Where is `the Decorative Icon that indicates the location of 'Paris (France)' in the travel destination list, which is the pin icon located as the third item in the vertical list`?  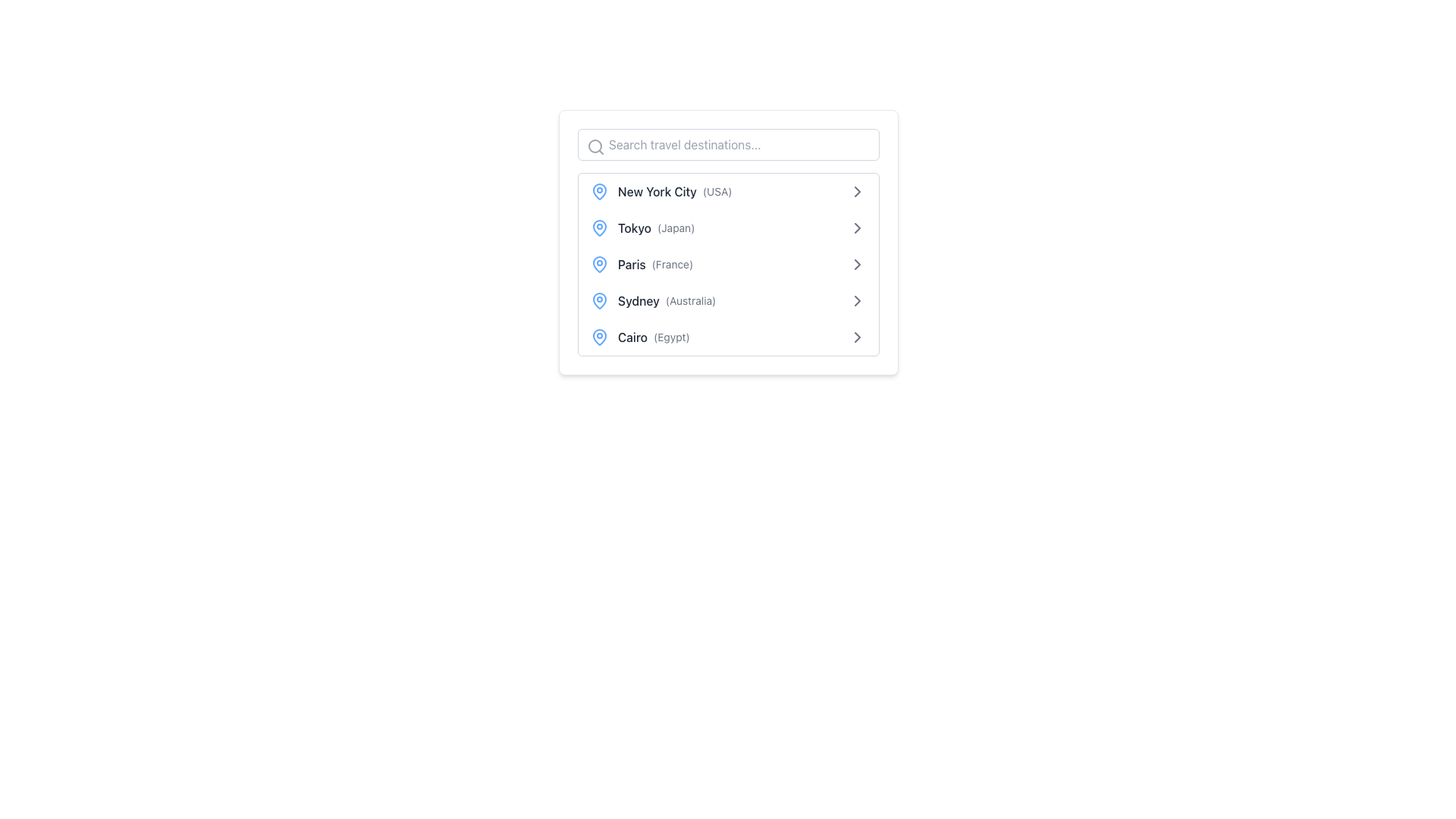
the Decorative Icon that indicates the location of 'Paris (France)' in the travel destination list, which is the pin icon located as the third item in the vertical list is located at coordinates (599, 262).